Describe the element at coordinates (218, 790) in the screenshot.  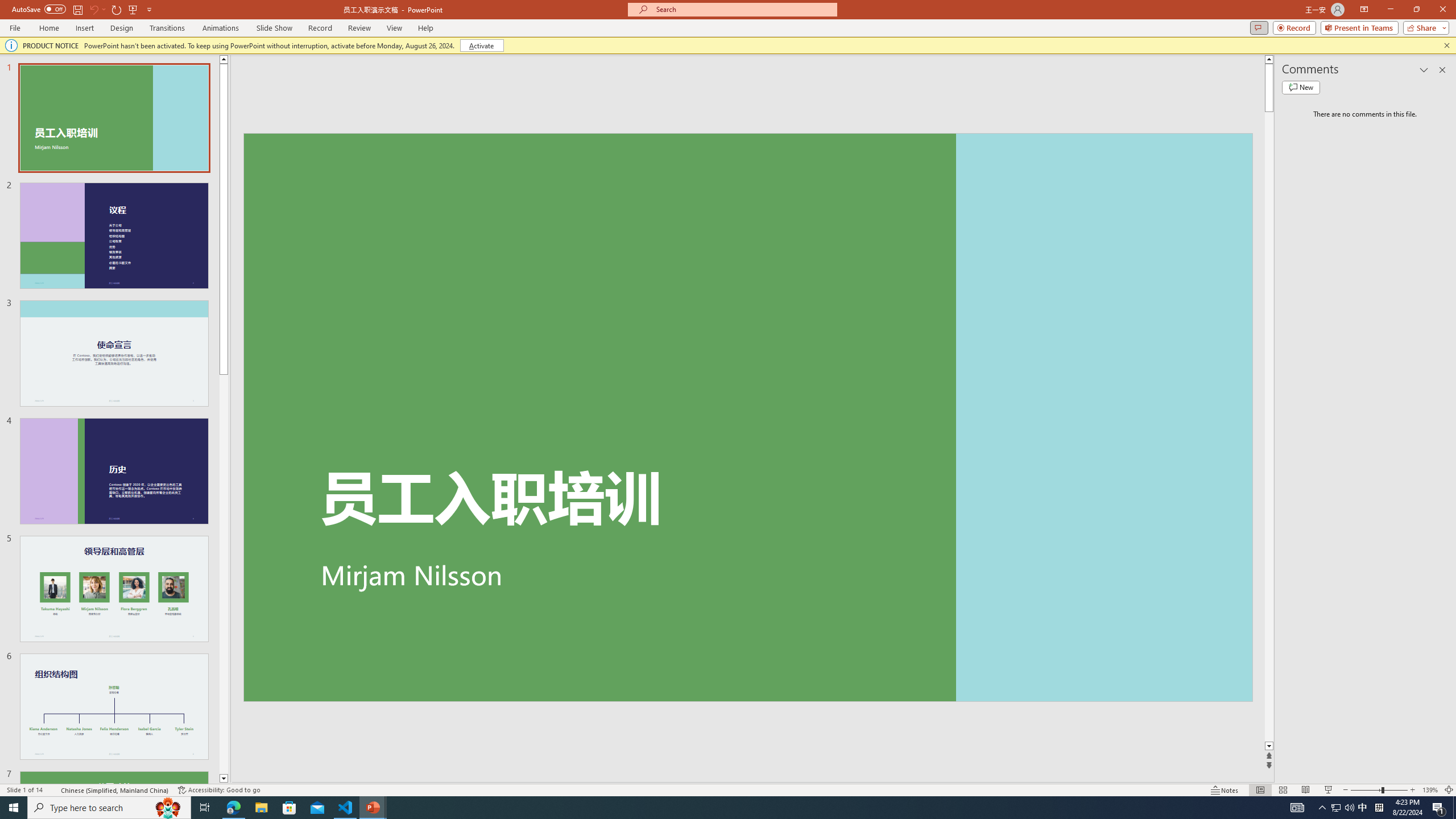
I see `'Accessibility Checker Accessibility: Good to go'` at that location.